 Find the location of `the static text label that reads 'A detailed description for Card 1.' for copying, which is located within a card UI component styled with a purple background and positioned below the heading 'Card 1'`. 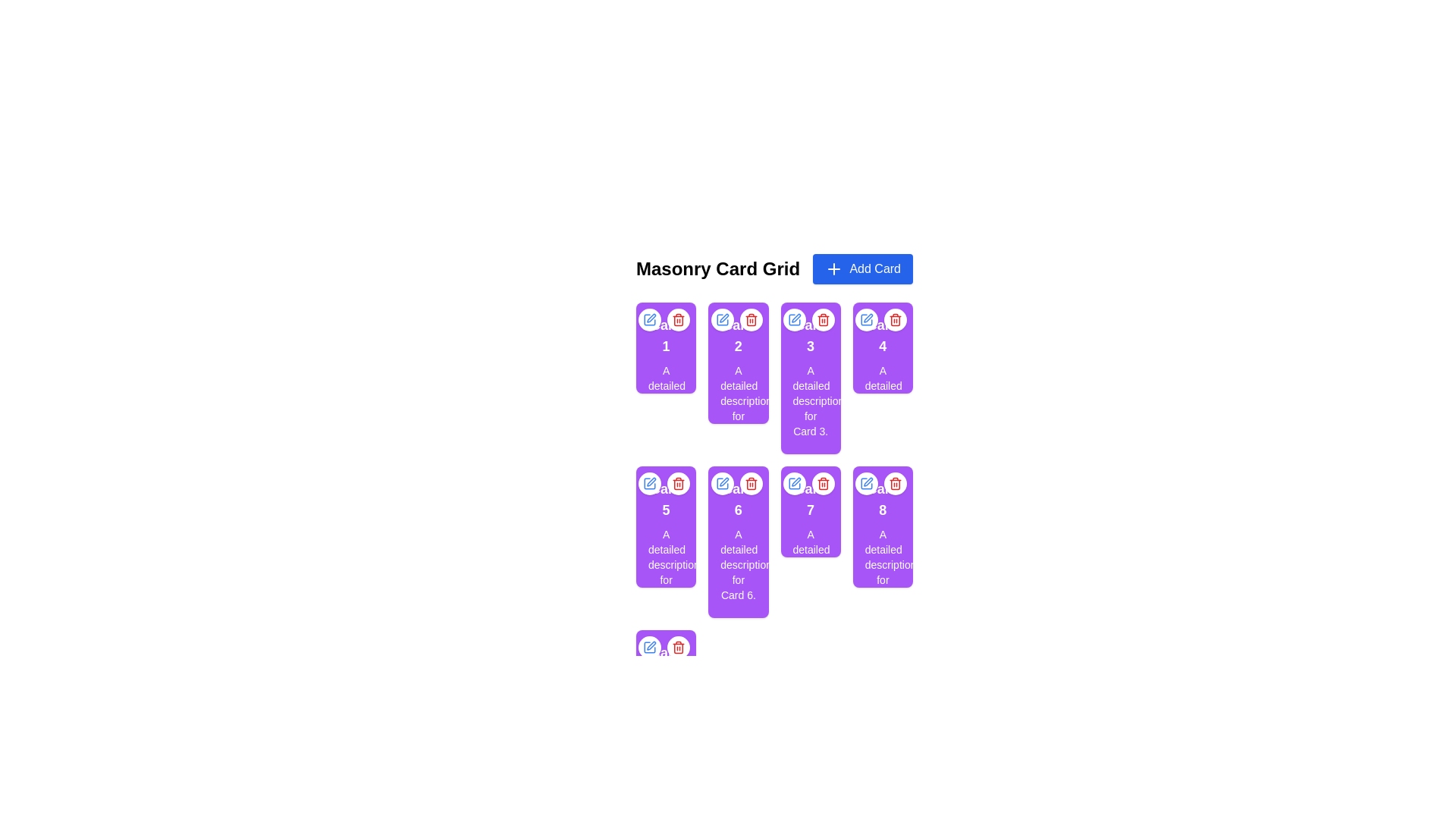

the static text label that reads 'A detailed description for Card 1.' for copying, which is located within a card UI component styled with a purple background and positioned below the heading 'Card 1' is located at coordinates (666, 400).